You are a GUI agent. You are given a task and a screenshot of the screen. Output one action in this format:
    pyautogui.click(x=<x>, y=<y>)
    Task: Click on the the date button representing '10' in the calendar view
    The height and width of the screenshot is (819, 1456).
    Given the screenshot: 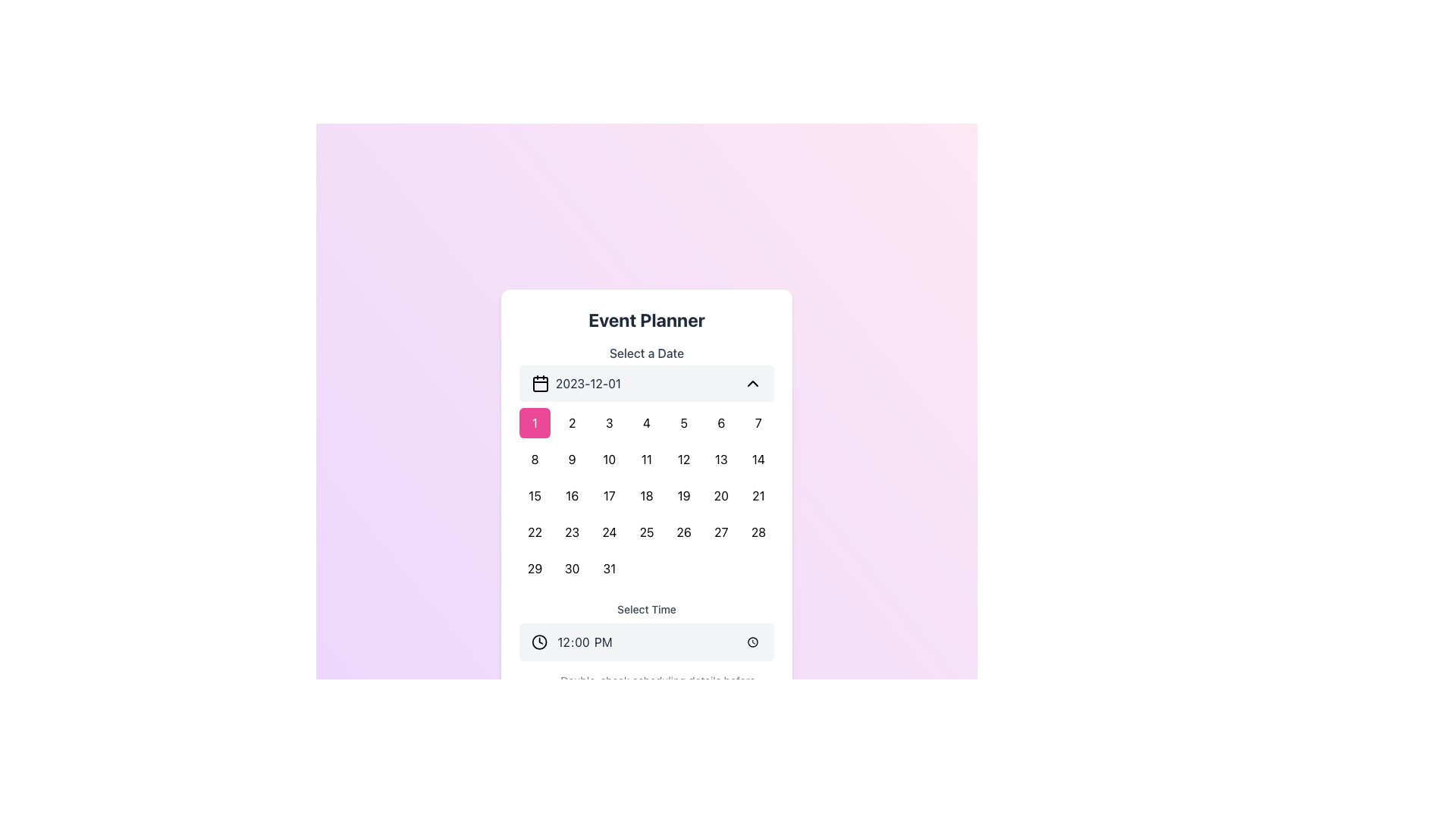 What is the action you would take?
    pyautogui.click(x=609, y=458)
    